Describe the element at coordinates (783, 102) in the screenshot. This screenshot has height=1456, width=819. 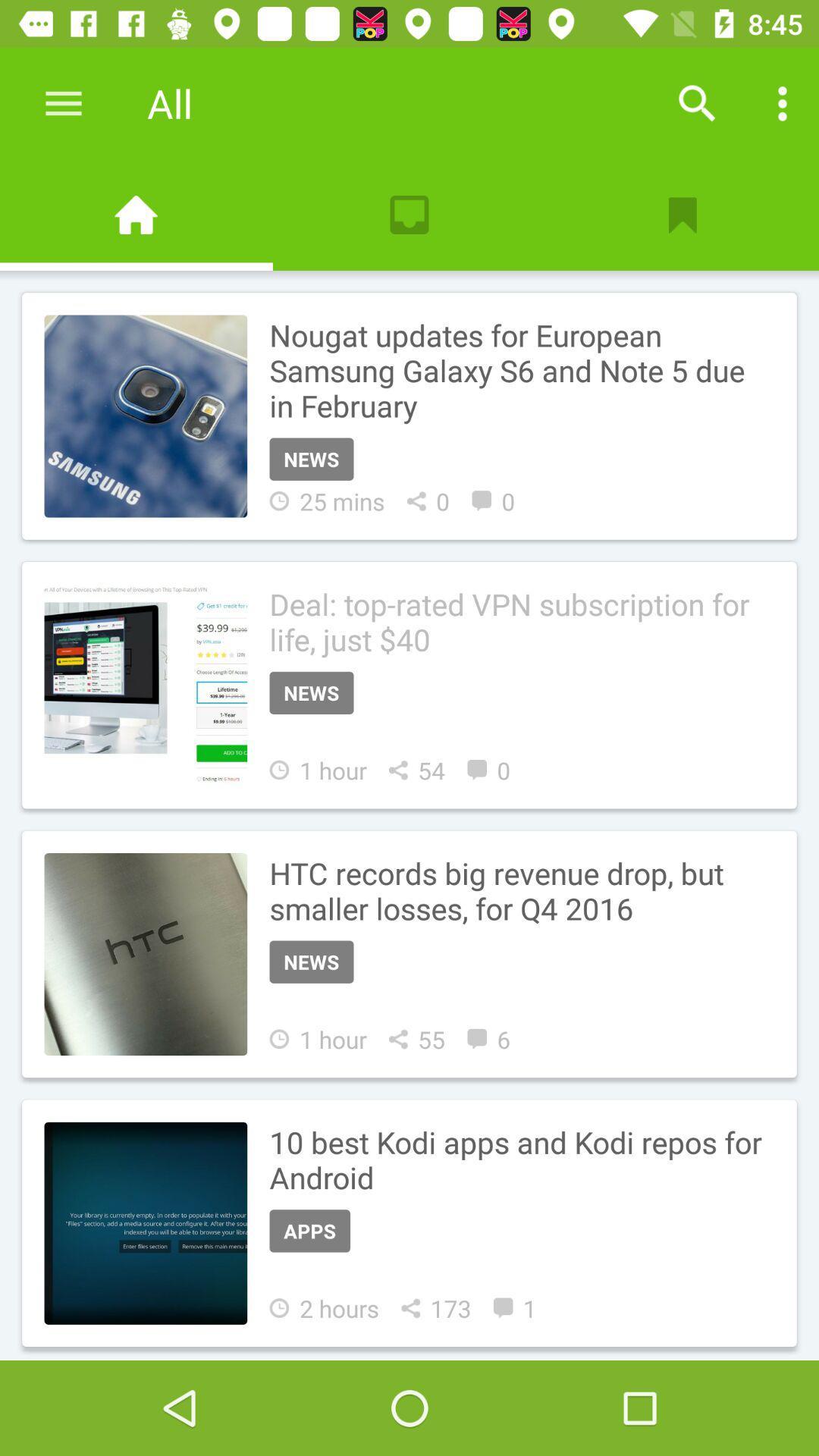
I see `options` at that location.